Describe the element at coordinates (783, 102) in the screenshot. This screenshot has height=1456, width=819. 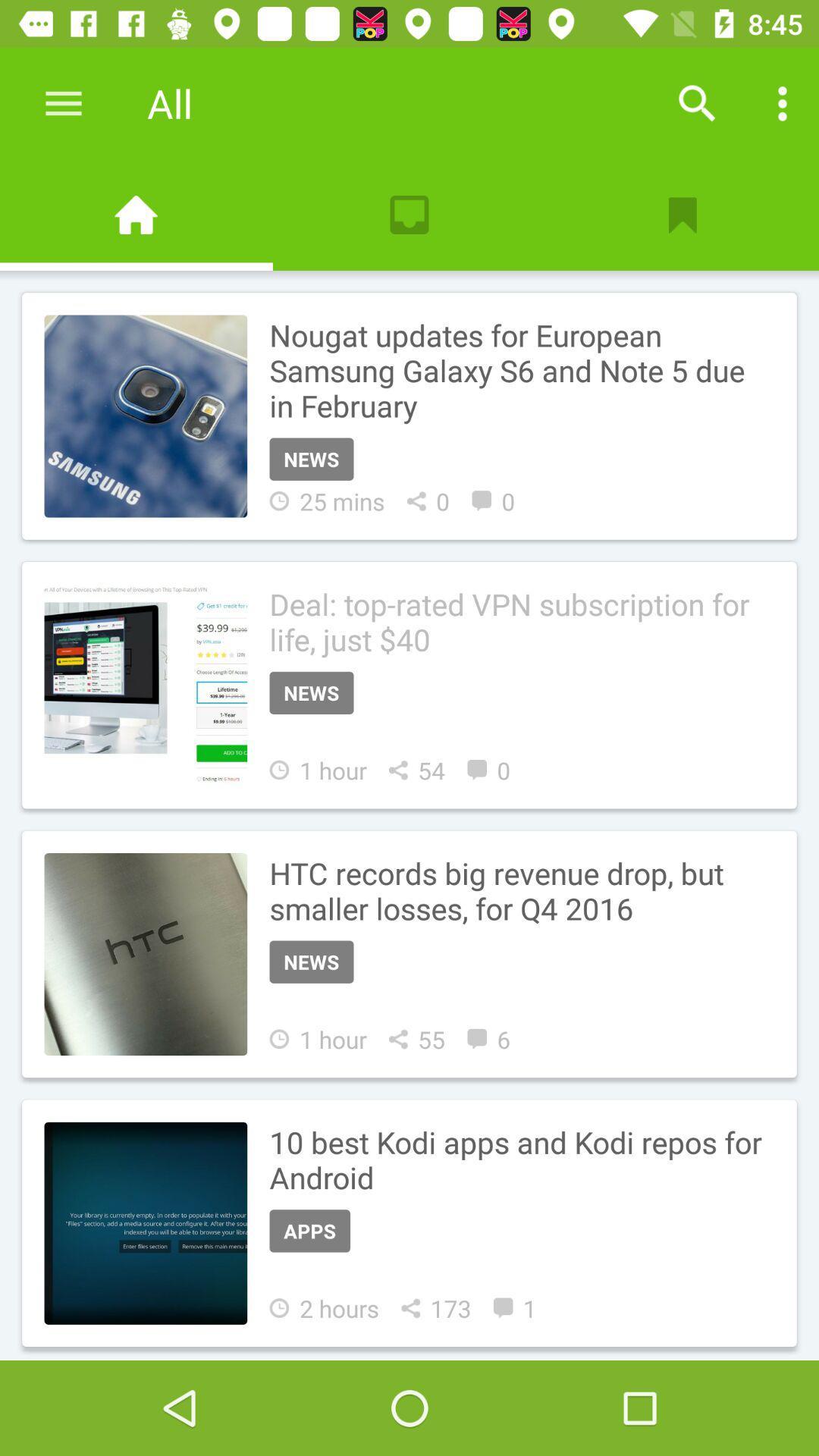
I see `options` at that location.